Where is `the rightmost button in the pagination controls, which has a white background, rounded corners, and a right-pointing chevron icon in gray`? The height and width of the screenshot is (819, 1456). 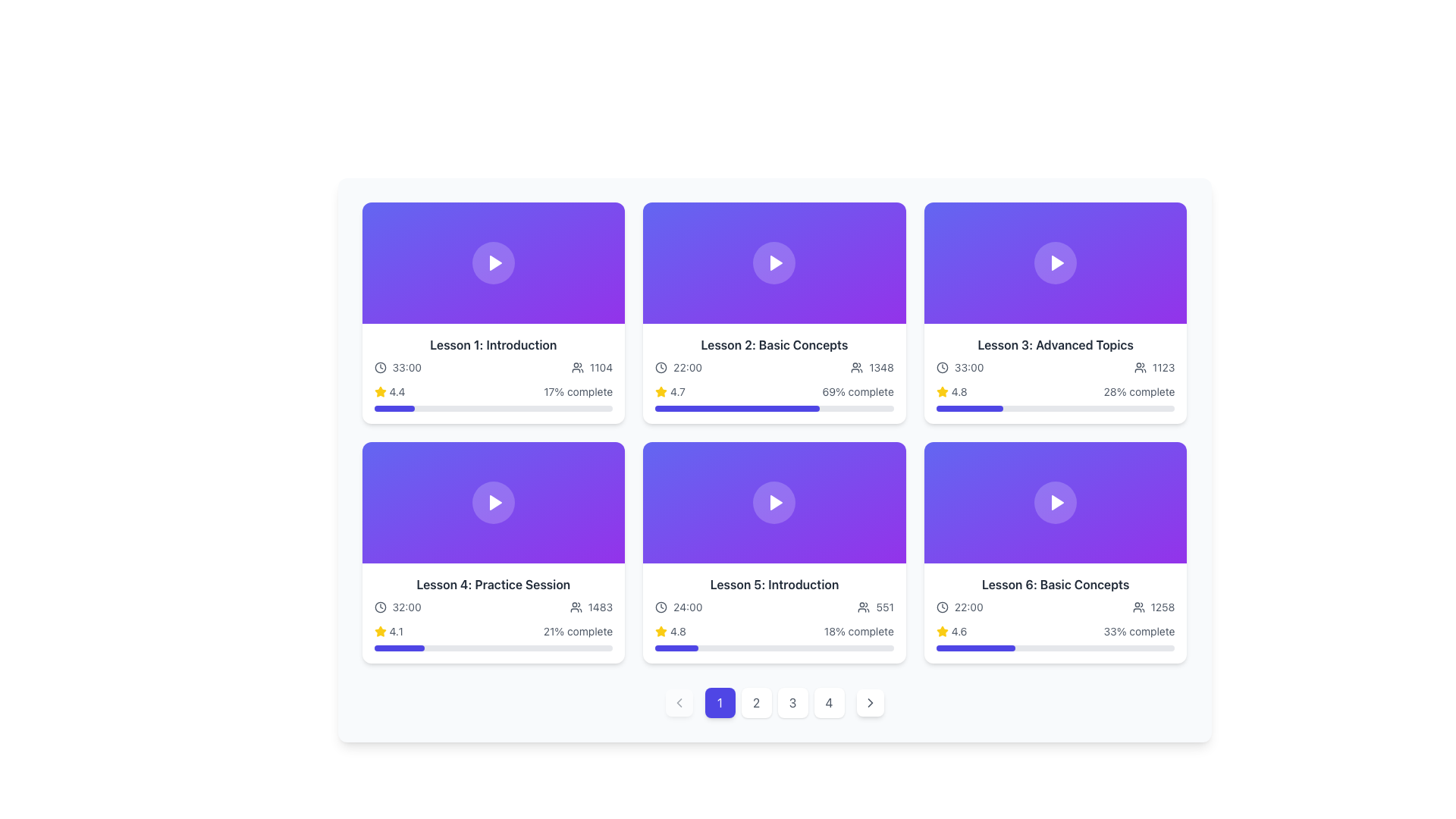
the rightmost button in the pagination controls, which has a white background, rounded corners, and a right-pointing chevron icon in gray is located at coordinates (870, 702).